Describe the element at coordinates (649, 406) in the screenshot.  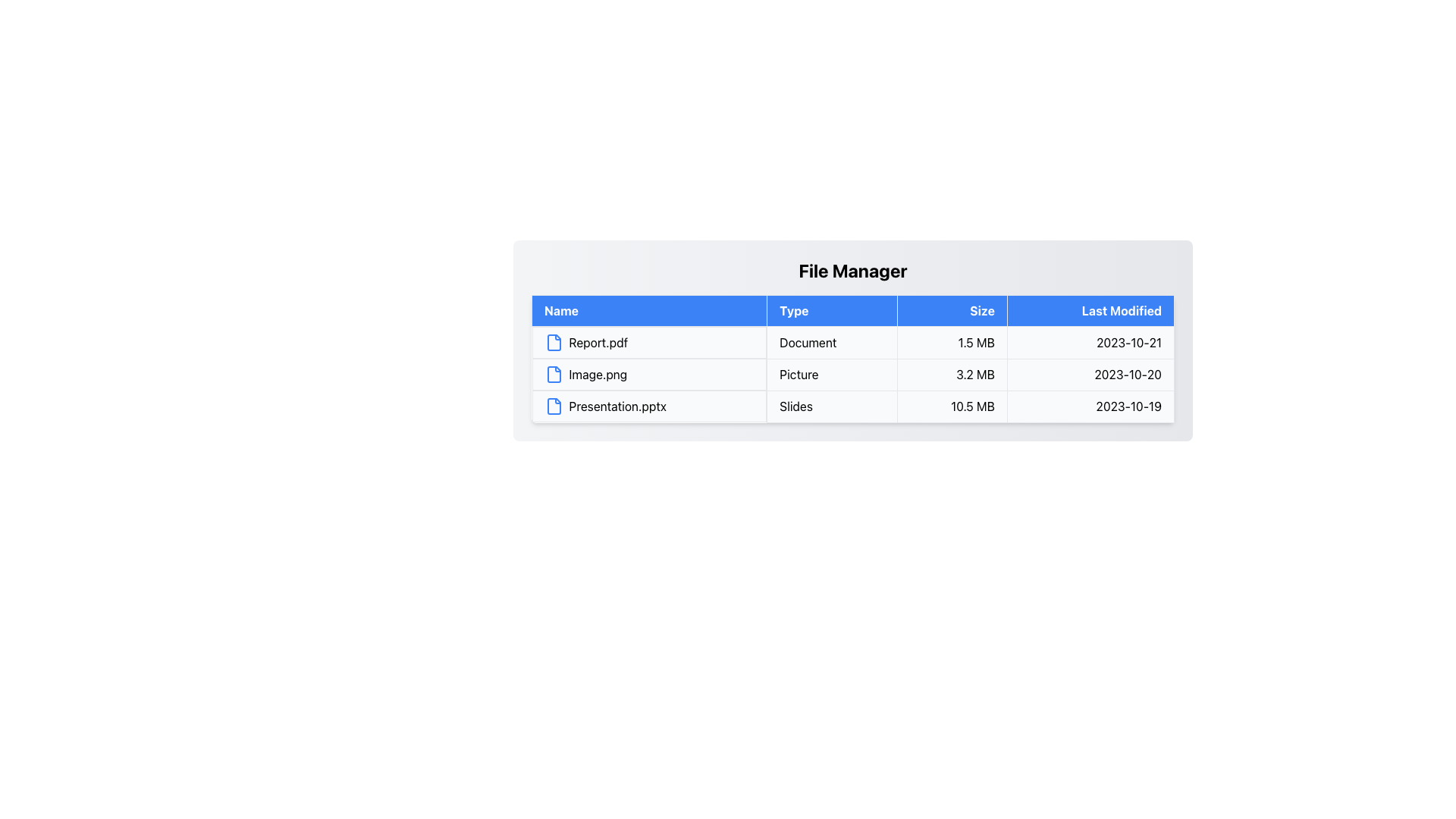
I see `the text label displaying the file name 'Presentation.pptx' with the blue file icon, located in the leftmost cell of the third row in the table` at that location.